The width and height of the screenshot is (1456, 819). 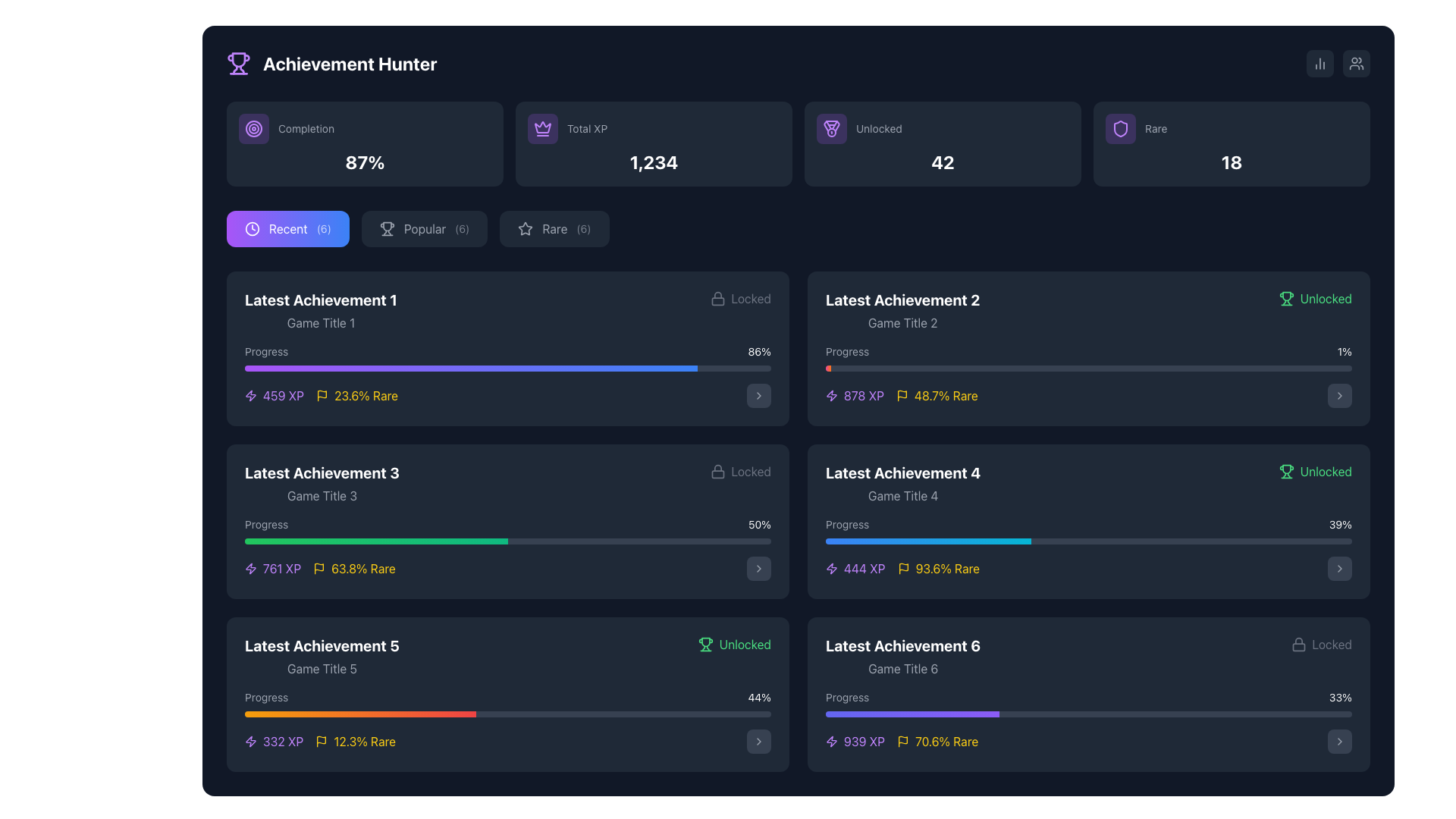 What do you see at coordinates (362, 568) in the screenshot?
I see `the text display showing '63.8% Rare' in bold yellow font, located in the third achievement card labeled 'Latest Achievement 3', positioned below the progress bar` at bounding box center [362, 568].